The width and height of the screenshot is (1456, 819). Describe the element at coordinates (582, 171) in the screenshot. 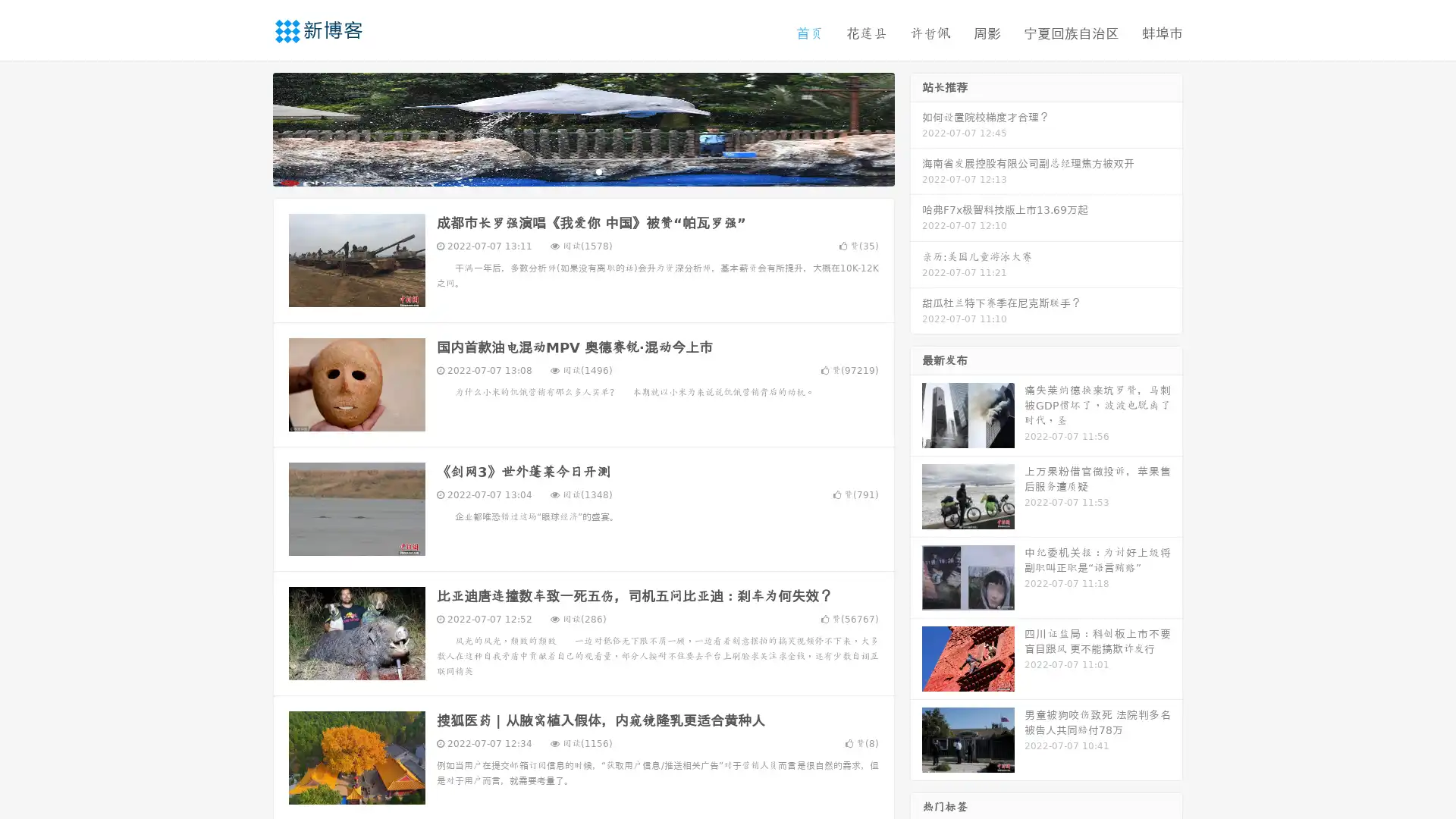

I see `Go to slide 2` at that location.